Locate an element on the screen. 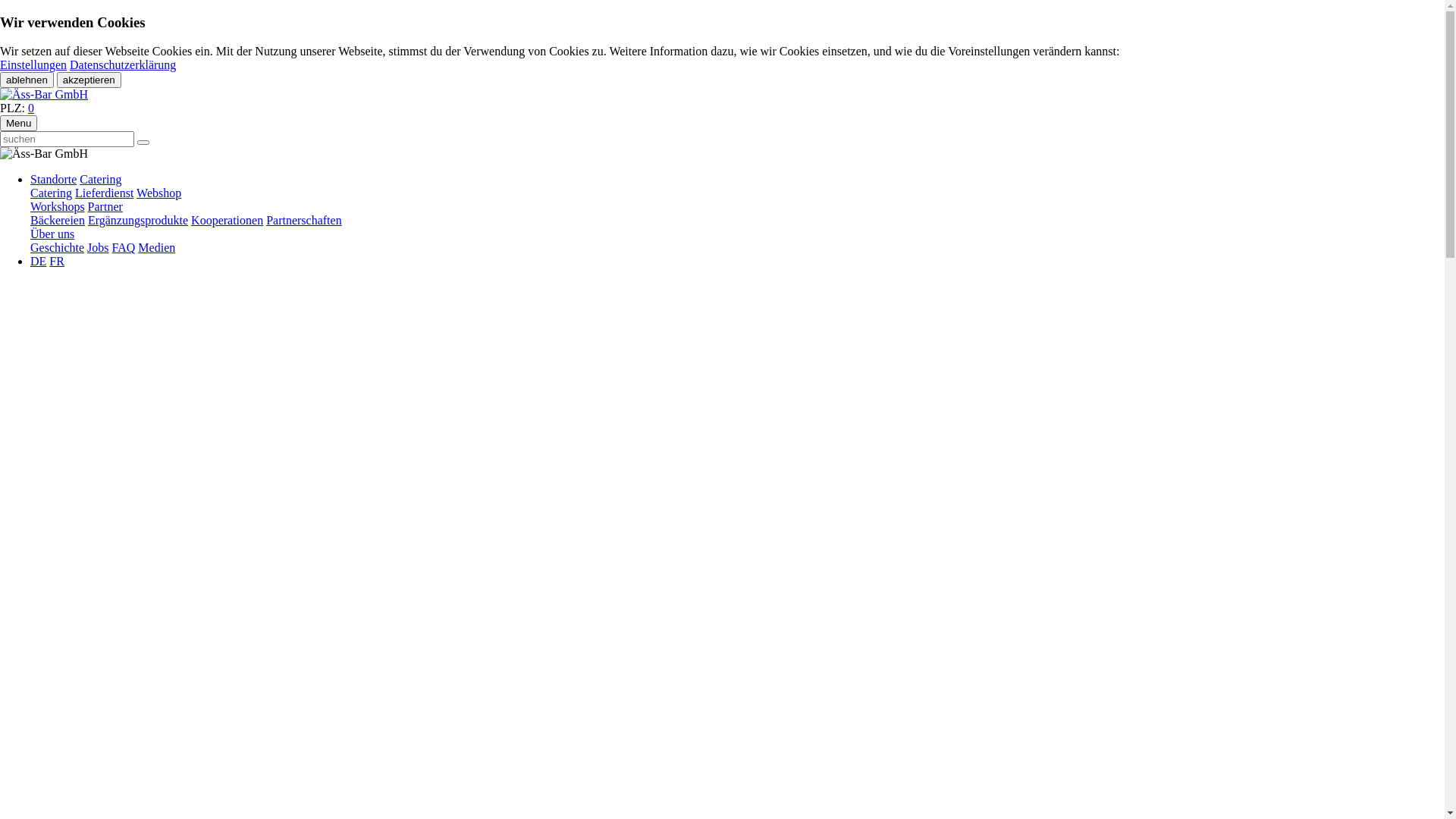 Image resolution: width=1456 pixels, height=819 pixels. 'FAQ' is located at coordinates (124, 246).